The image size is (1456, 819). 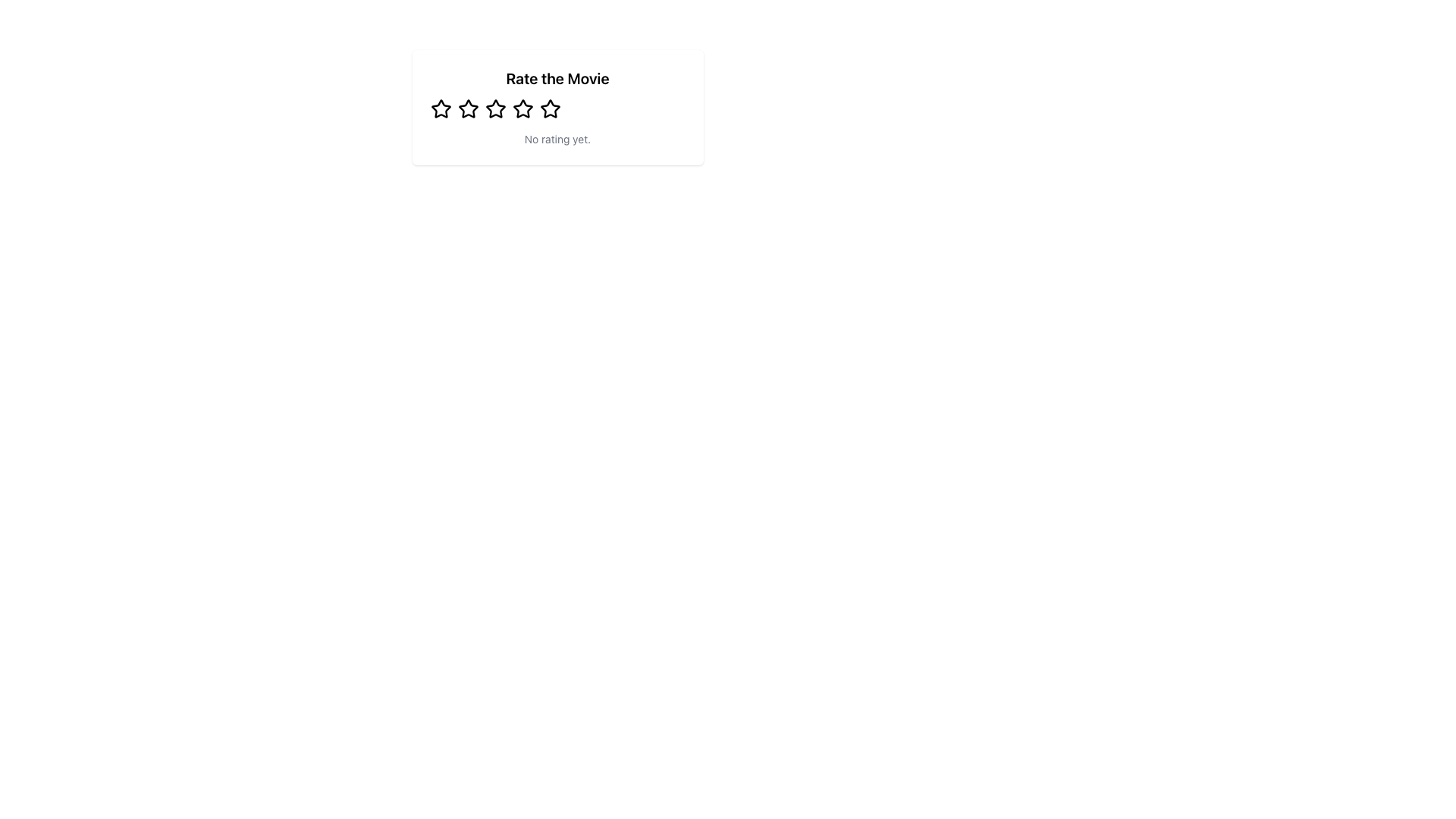 I want to click on the fourth star icon in the rating bar located below the 'Rate the Movie' title, so click(x=522, y=108).